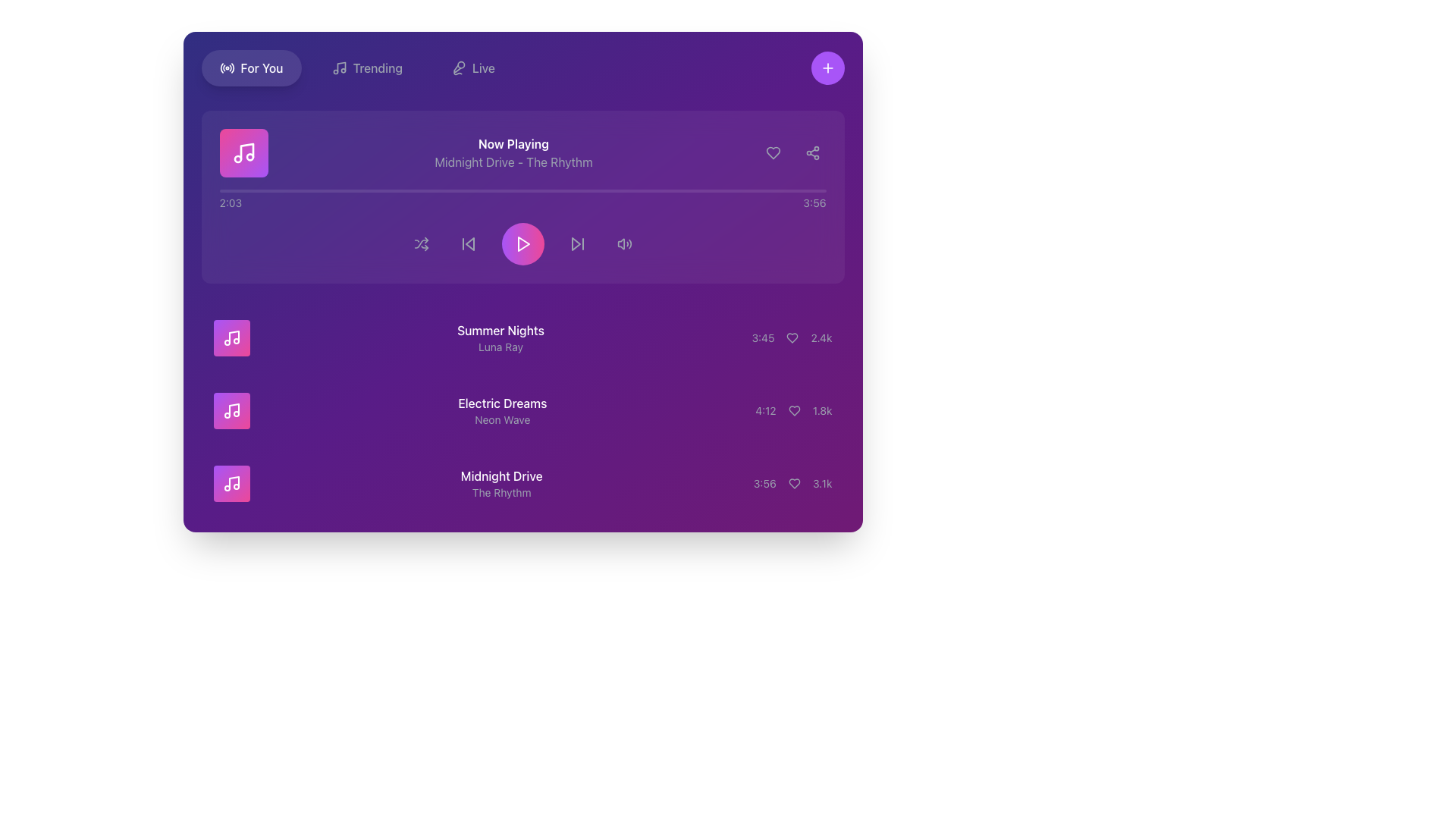 The image size is (1456, 819). What do you see at coordinates (792, 337) in the screenshot?
I see `the heart-shaped button icon` at bounding box center [792, 337].